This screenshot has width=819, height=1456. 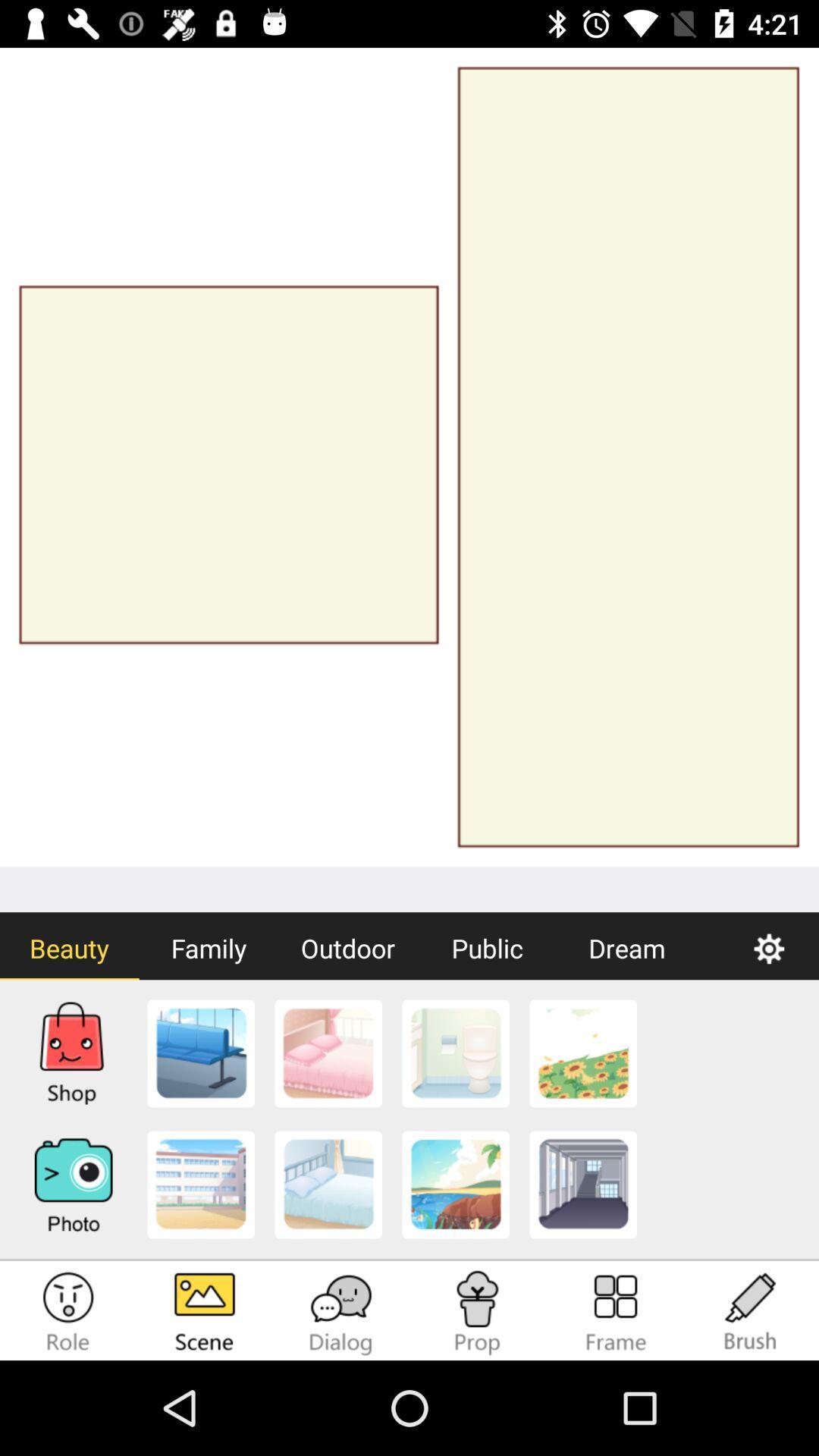 What do you see at coordinates (341, 1312) in the screenshot?
I see `the chat icon` at bounding box center [341, 1312].